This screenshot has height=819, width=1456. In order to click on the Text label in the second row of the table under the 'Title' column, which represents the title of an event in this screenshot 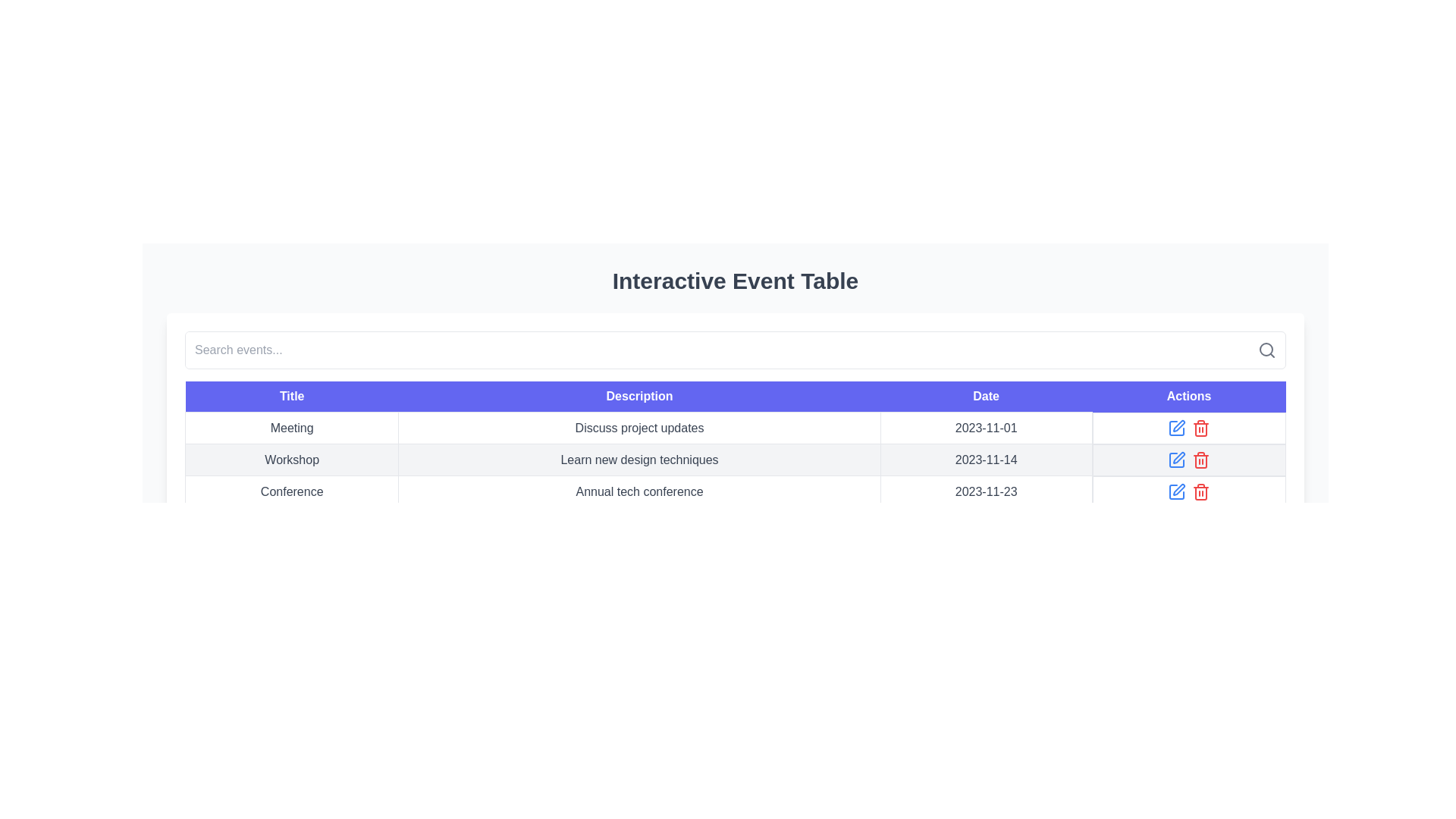, I will do `click(292, 459)`.